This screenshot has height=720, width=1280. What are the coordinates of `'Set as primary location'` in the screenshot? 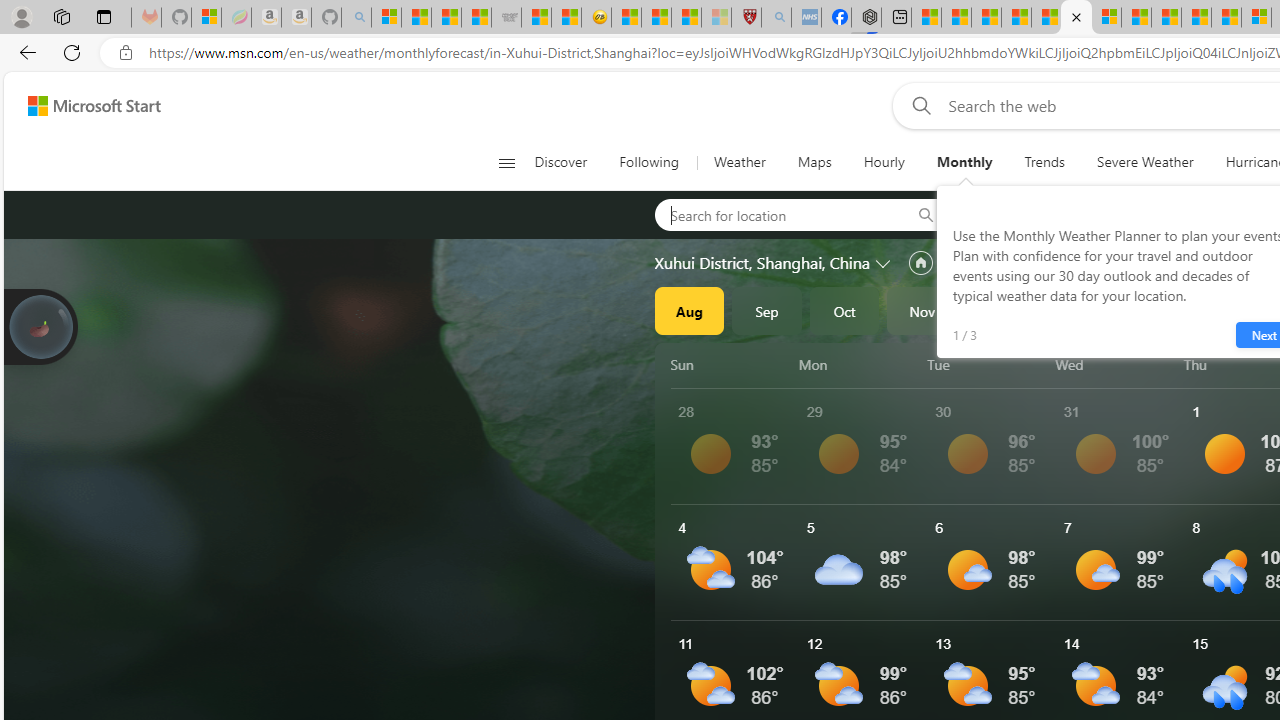 It's located at (919, 262).